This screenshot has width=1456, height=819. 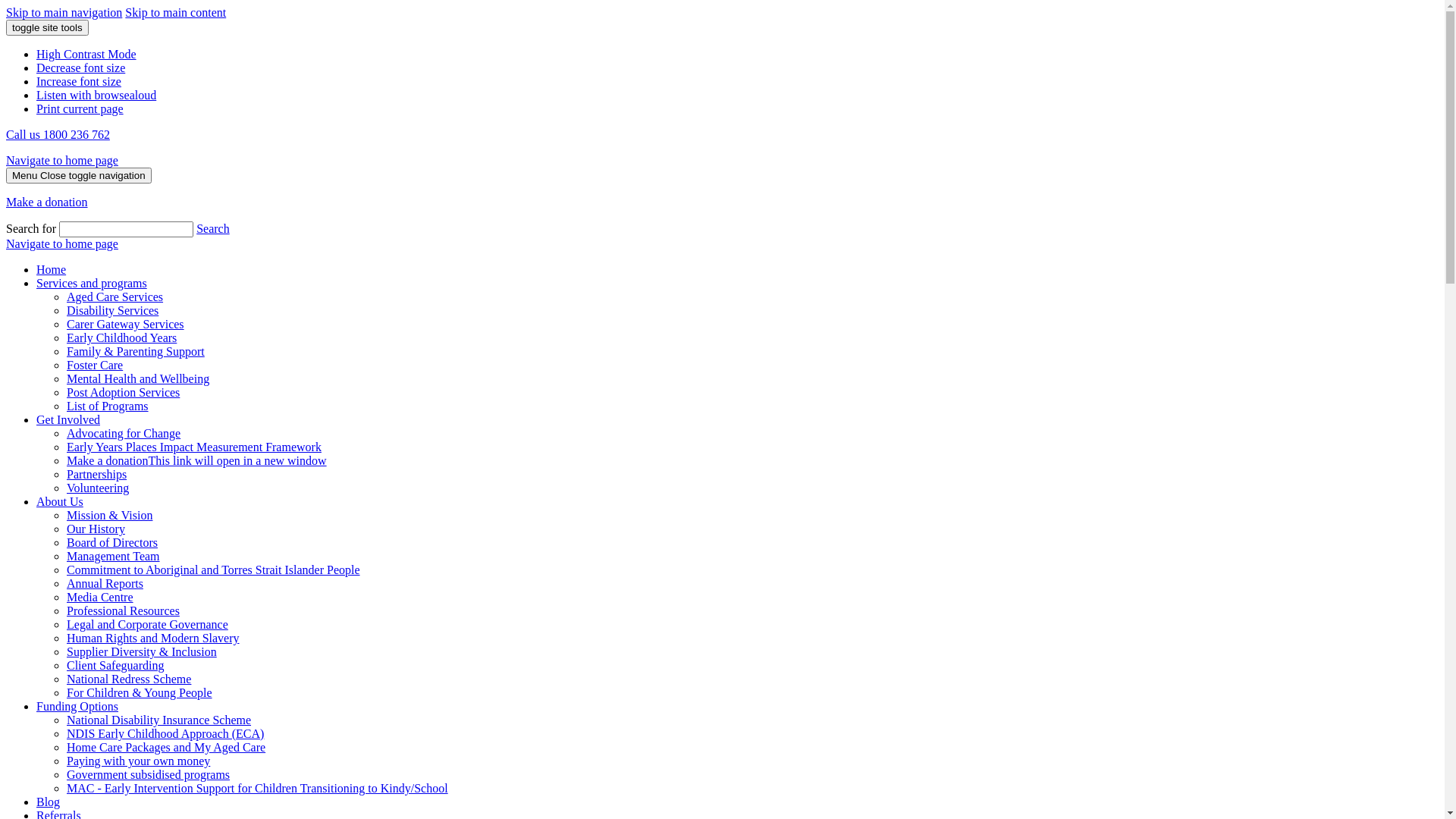 What do you see at coordinates (128, 678) in the screenshot?
I see `'National Redress Scheme'` at bounding box center [128, 678].